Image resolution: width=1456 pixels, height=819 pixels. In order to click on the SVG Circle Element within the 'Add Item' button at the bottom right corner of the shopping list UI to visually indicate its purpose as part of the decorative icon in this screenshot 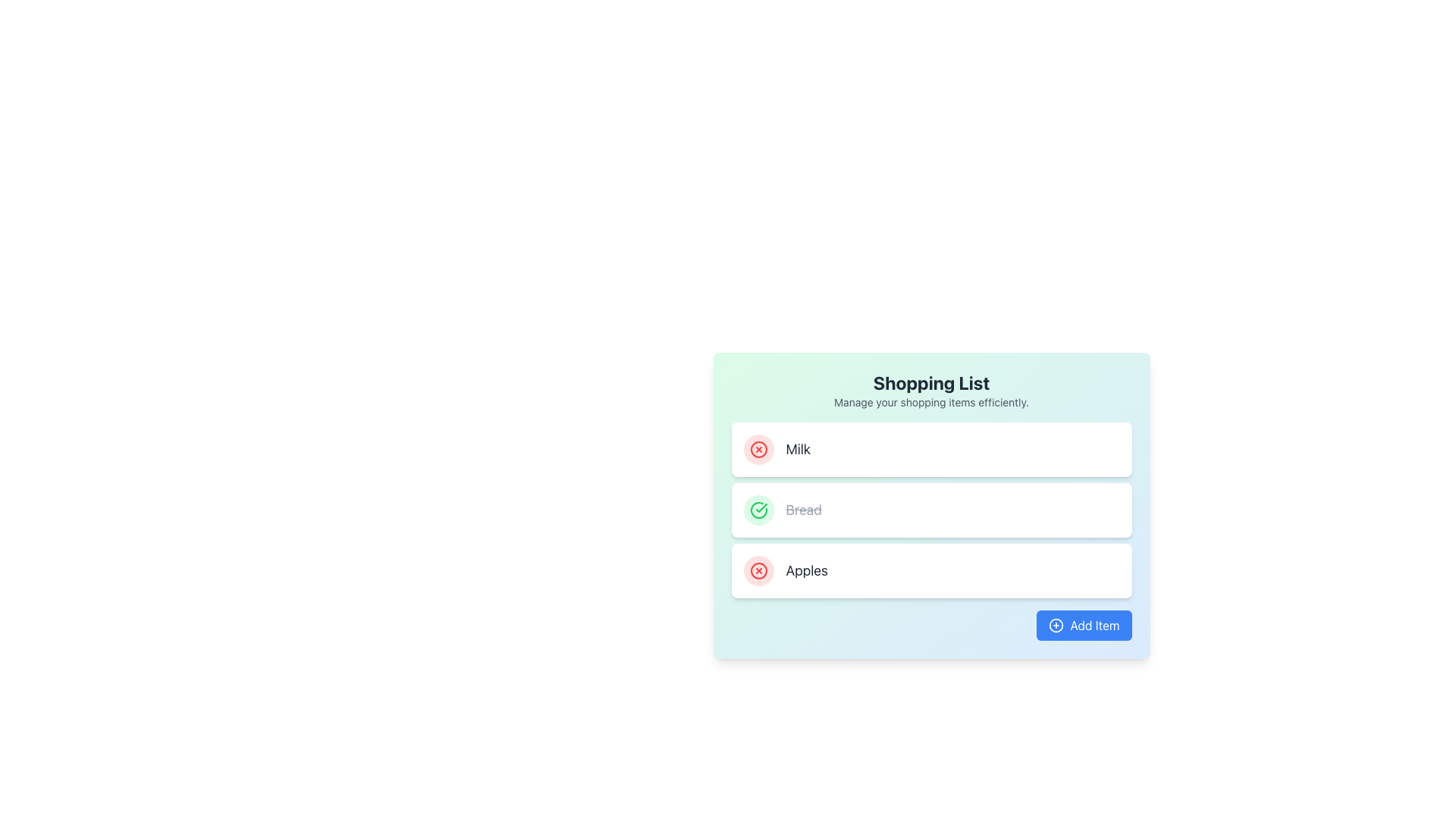, I will do `click(1056, 626)`.